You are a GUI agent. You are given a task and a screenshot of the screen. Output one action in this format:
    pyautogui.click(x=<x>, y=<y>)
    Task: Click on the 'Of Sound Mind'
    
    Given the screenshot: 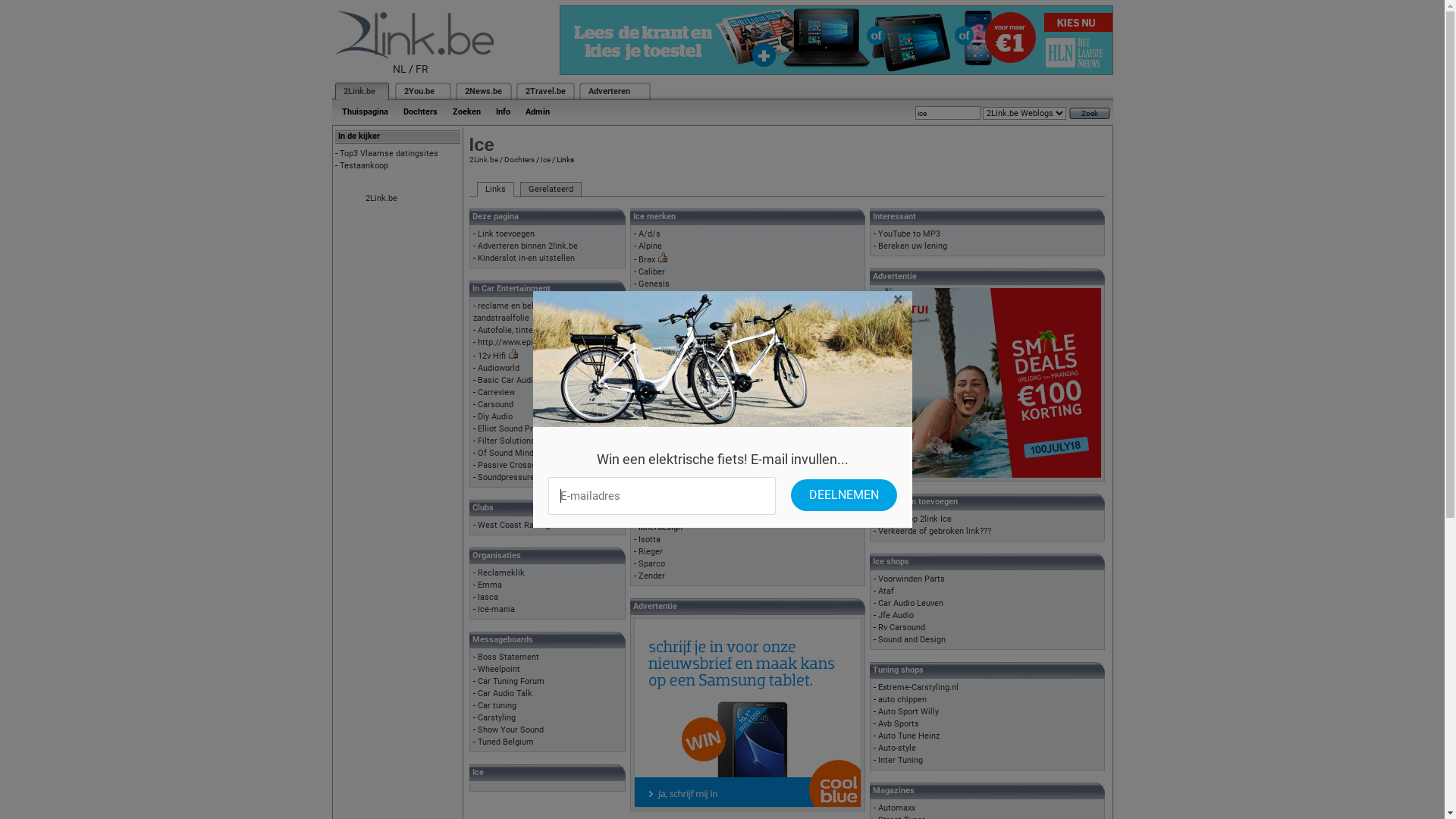 What is the action you would take?
    pyautogui.click(x=506, y=452)
    